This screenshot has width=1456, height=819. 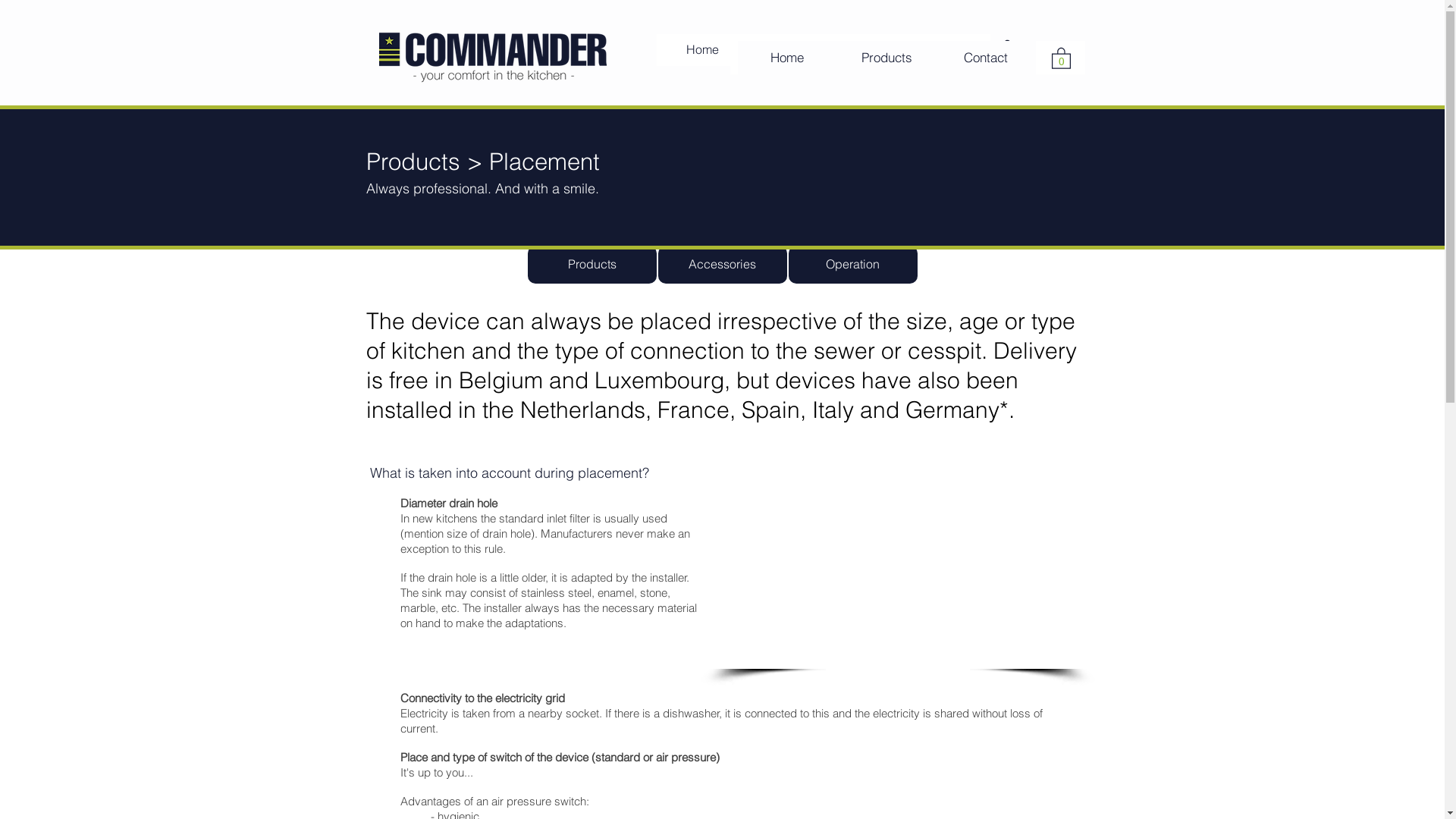 I want to click on '0', so click(x=997, y=49).